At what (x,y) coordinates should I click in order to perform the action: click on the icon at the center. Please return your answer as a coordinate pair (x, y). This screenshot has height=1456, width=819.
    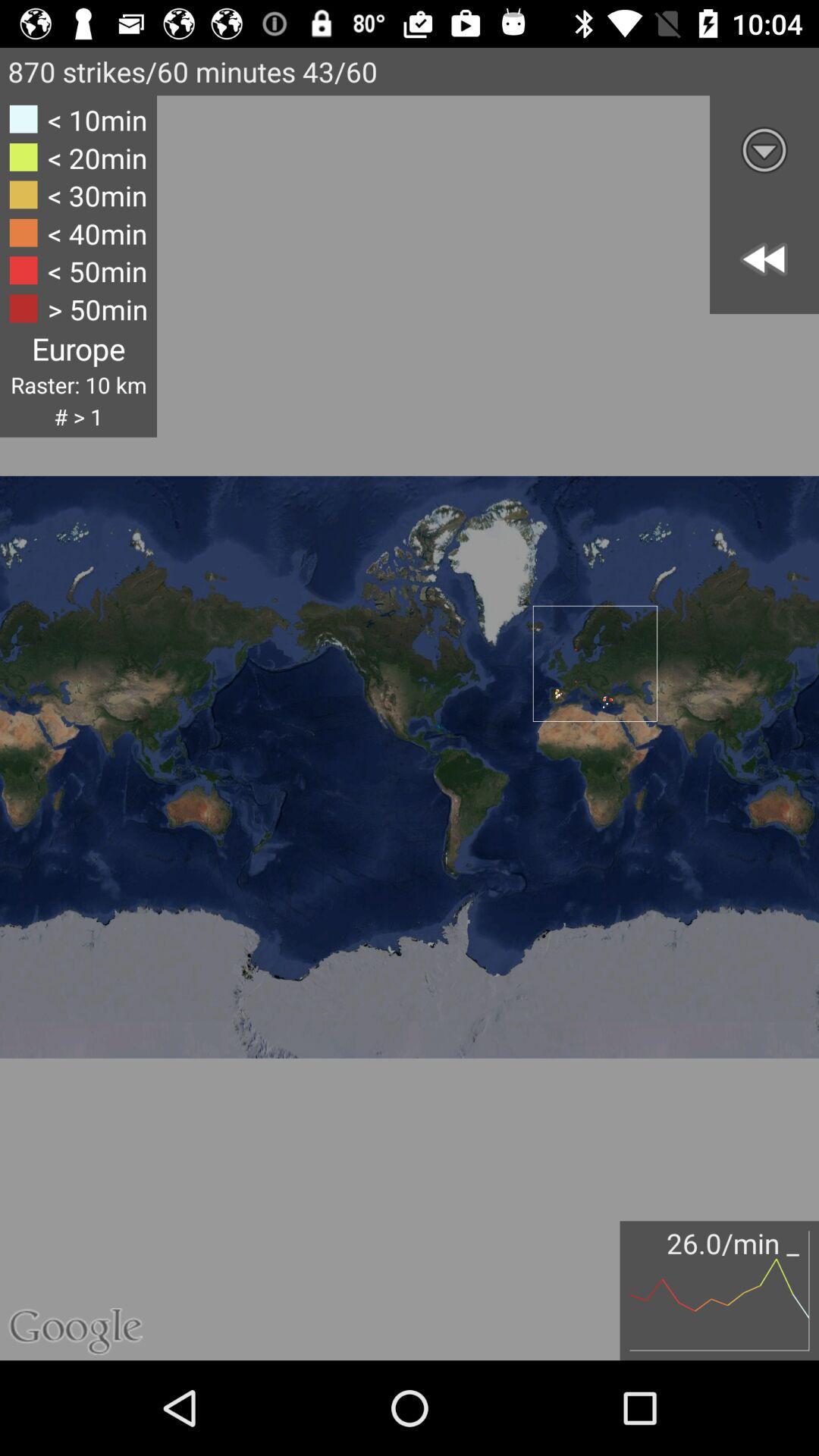
    Looking at the image, I should click on (409, 703).